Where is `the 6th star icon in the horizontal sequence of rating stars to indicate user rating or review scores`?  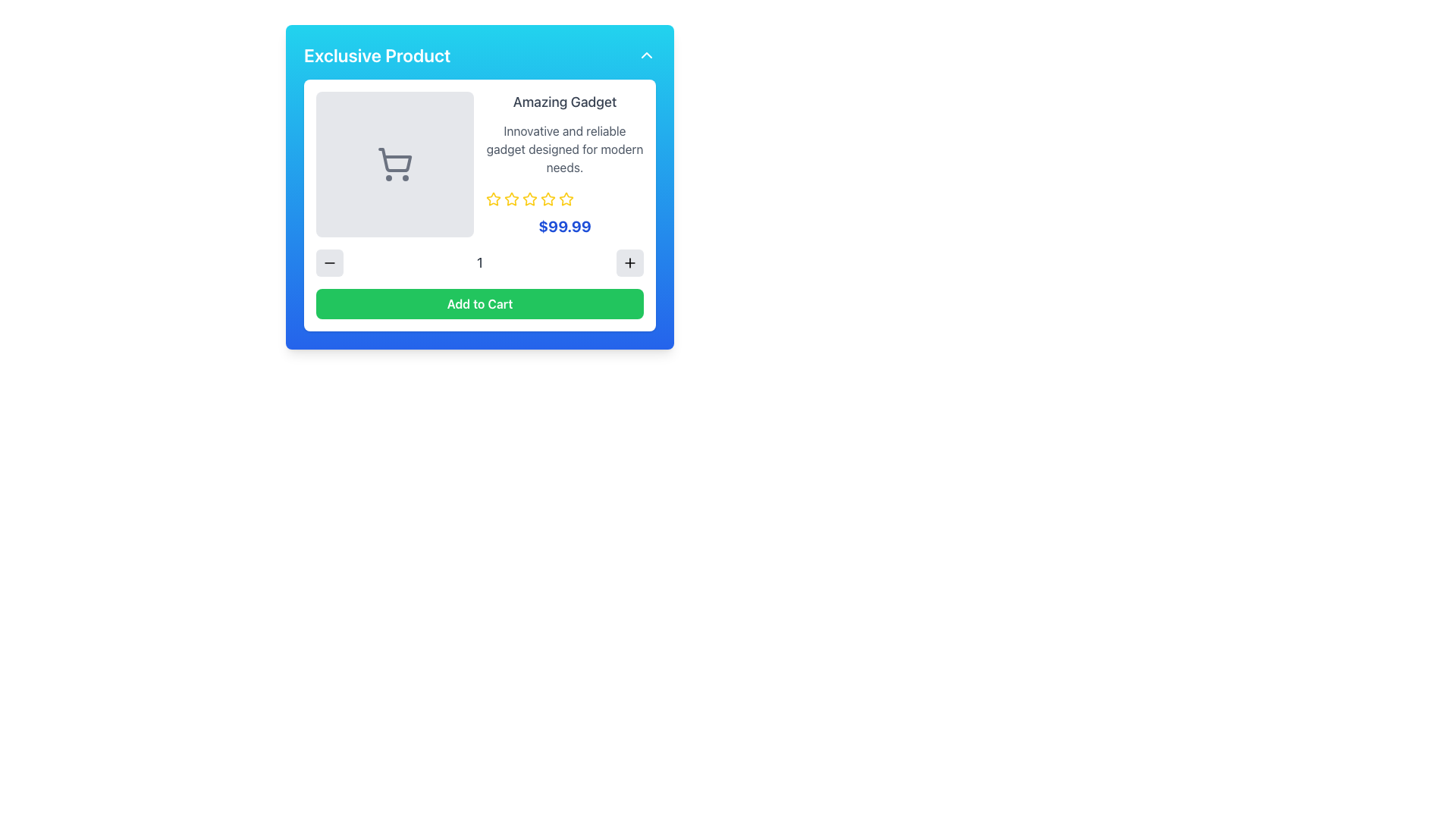 the 6th star icon in the horizontal sequence of rating stars to indicate user rating or review scores is located at coordinates (566, 198).